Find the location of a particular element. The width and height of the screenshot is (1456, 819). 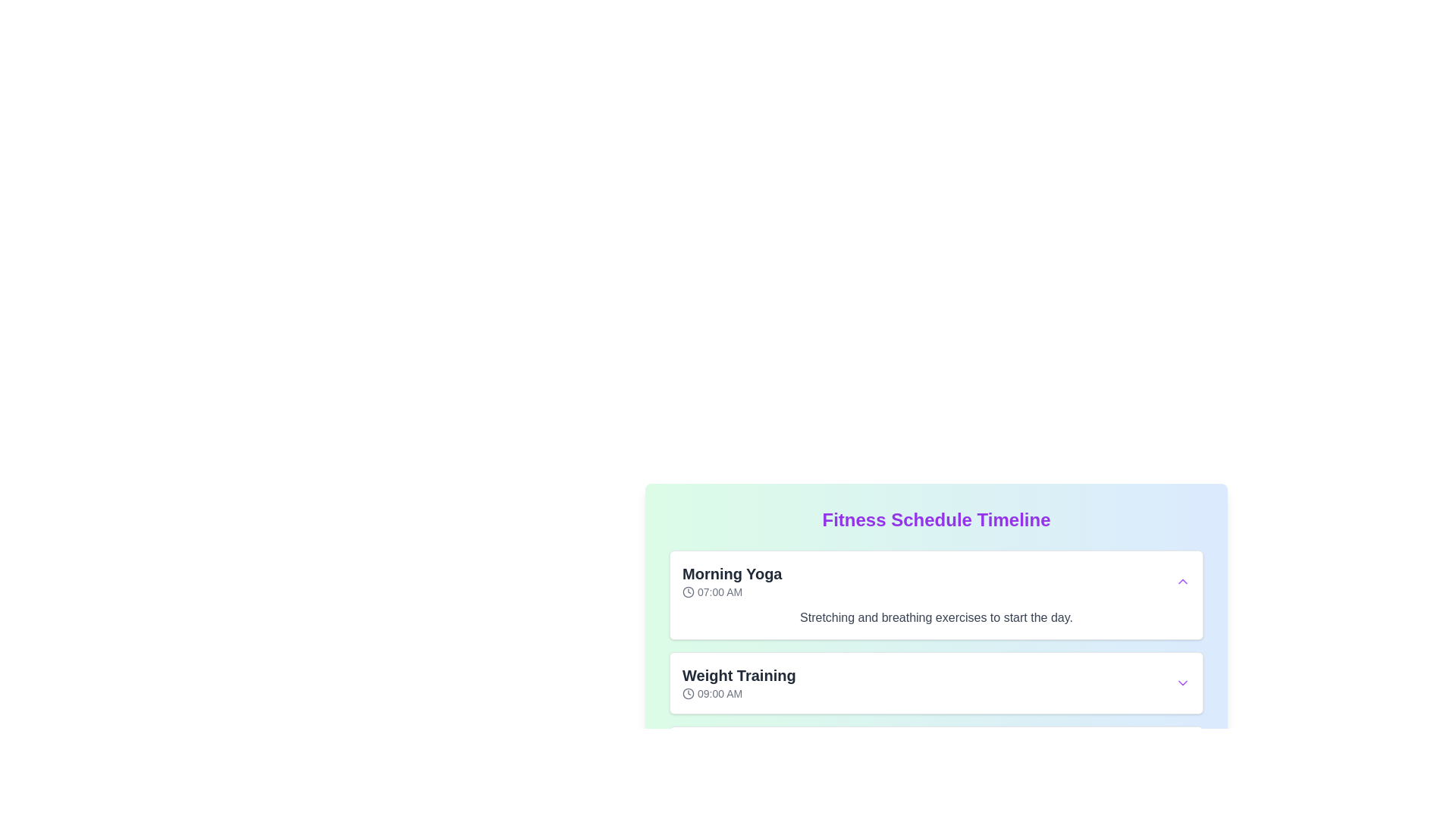

the Text Label displaying '07:00 AM' which is located below the title 'Morning Yoga' and is accompanied by a clock icon is located at coordinates (732, 591).